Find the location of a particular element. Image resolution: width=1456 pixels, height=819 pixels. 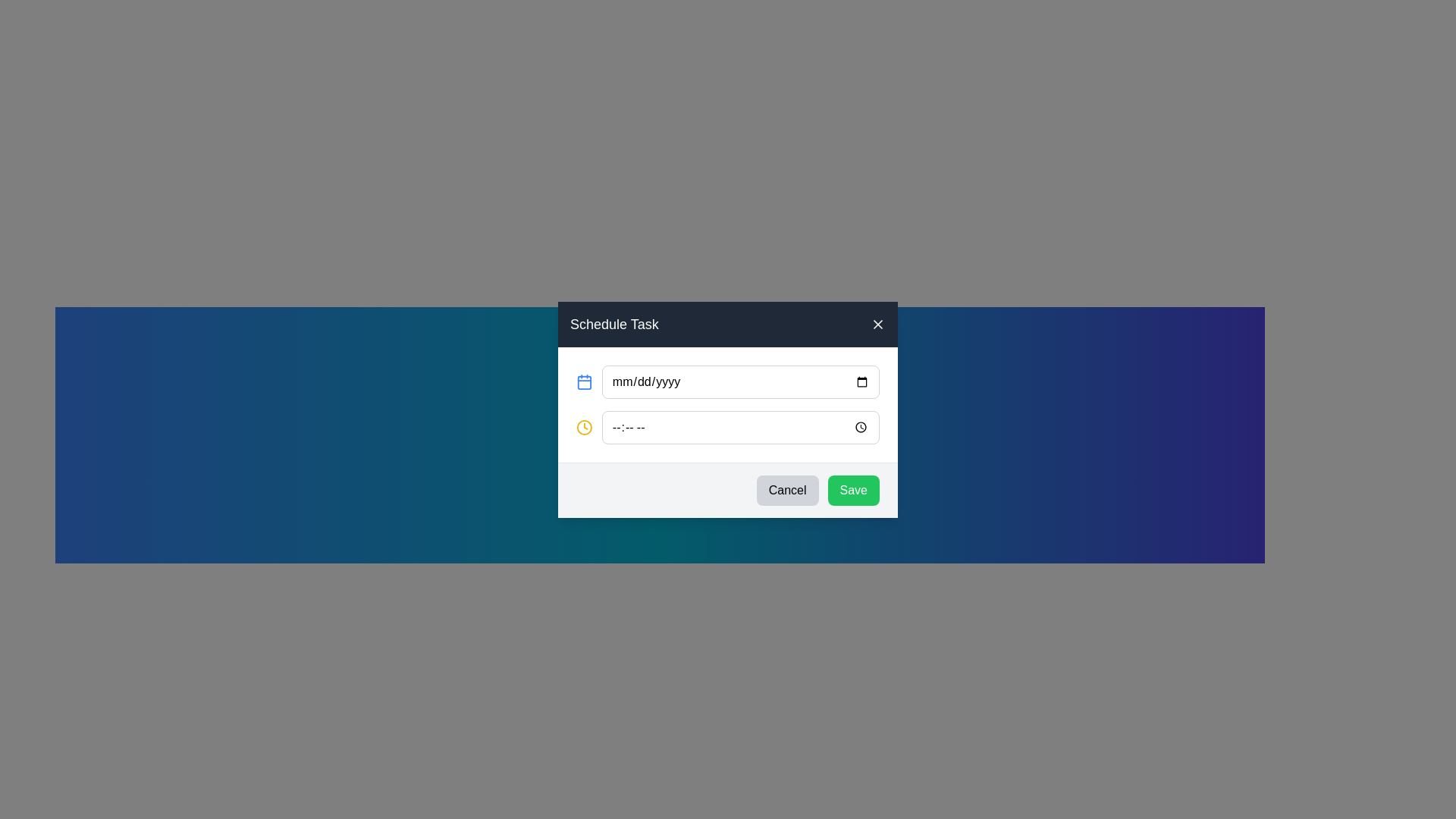

the 'Save' button located in the bottom-right corner of the modal dialog is located at coordinates (853, 490).